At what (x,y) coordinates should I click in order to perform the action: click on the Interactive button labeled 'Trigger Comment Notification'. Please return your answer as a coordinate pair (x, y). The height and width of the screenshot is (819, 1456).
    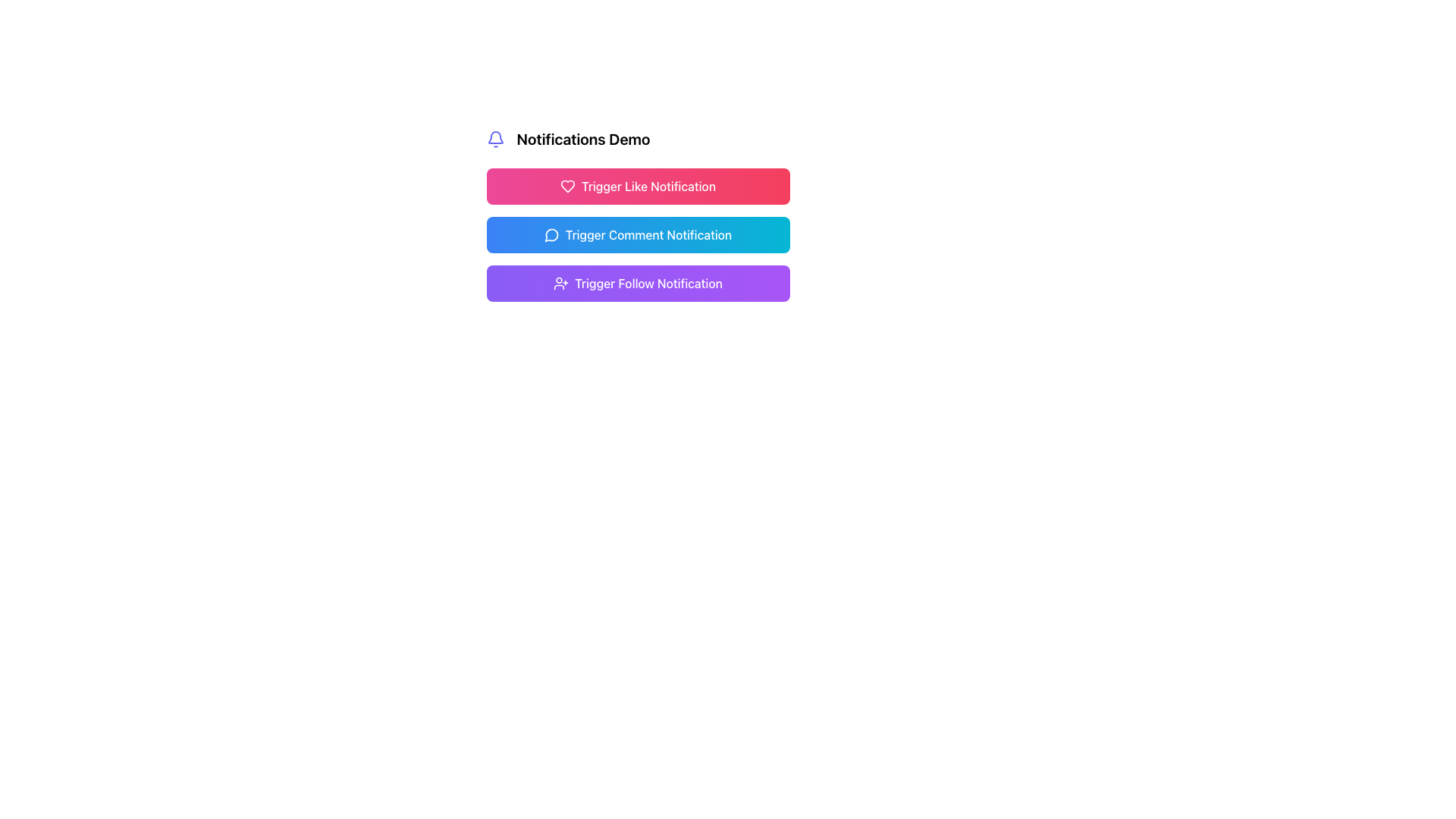
    Looking at the image, I should click on (638, 234).